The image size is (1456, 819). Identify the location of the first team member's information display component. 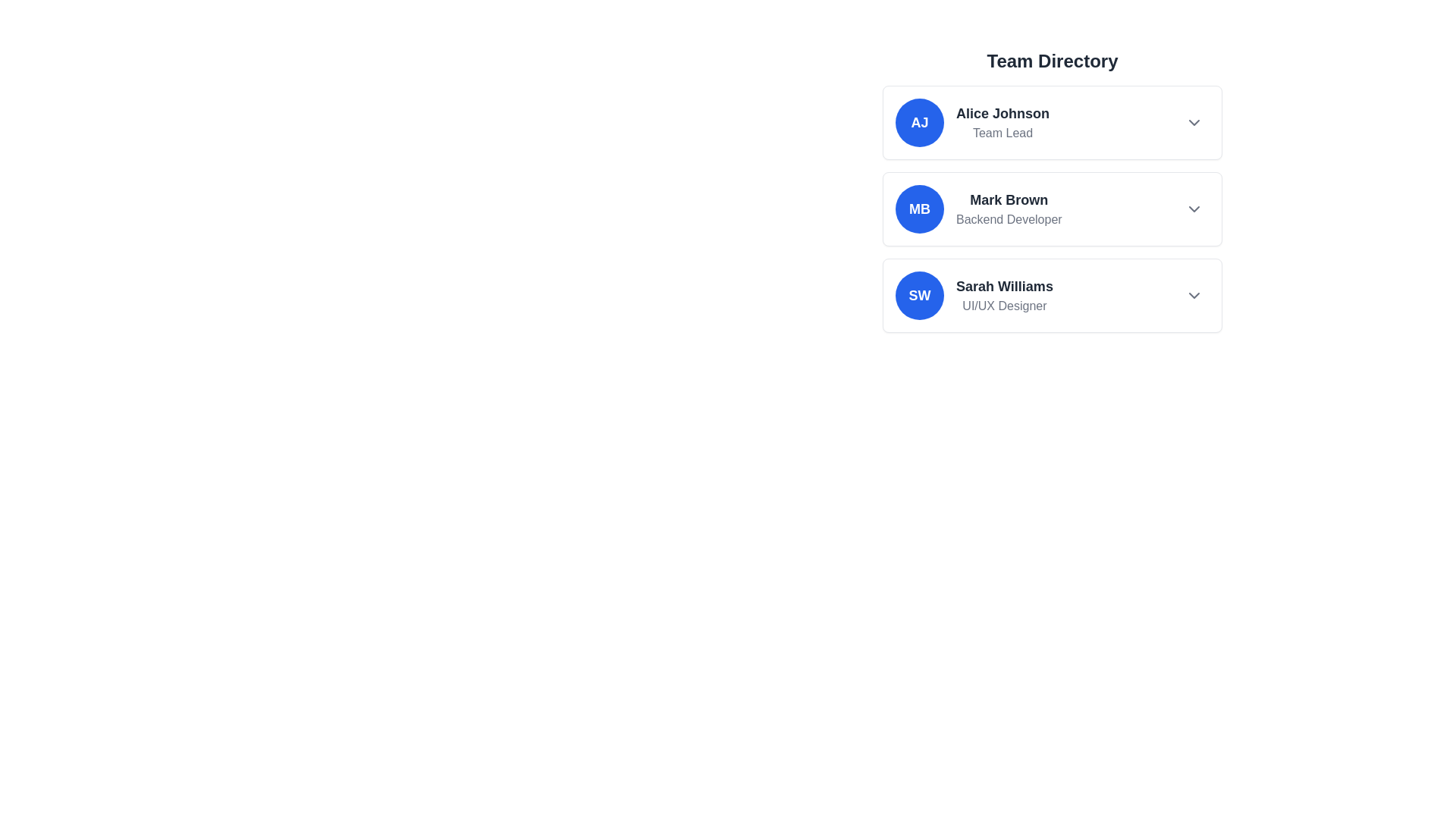
(972, 122).